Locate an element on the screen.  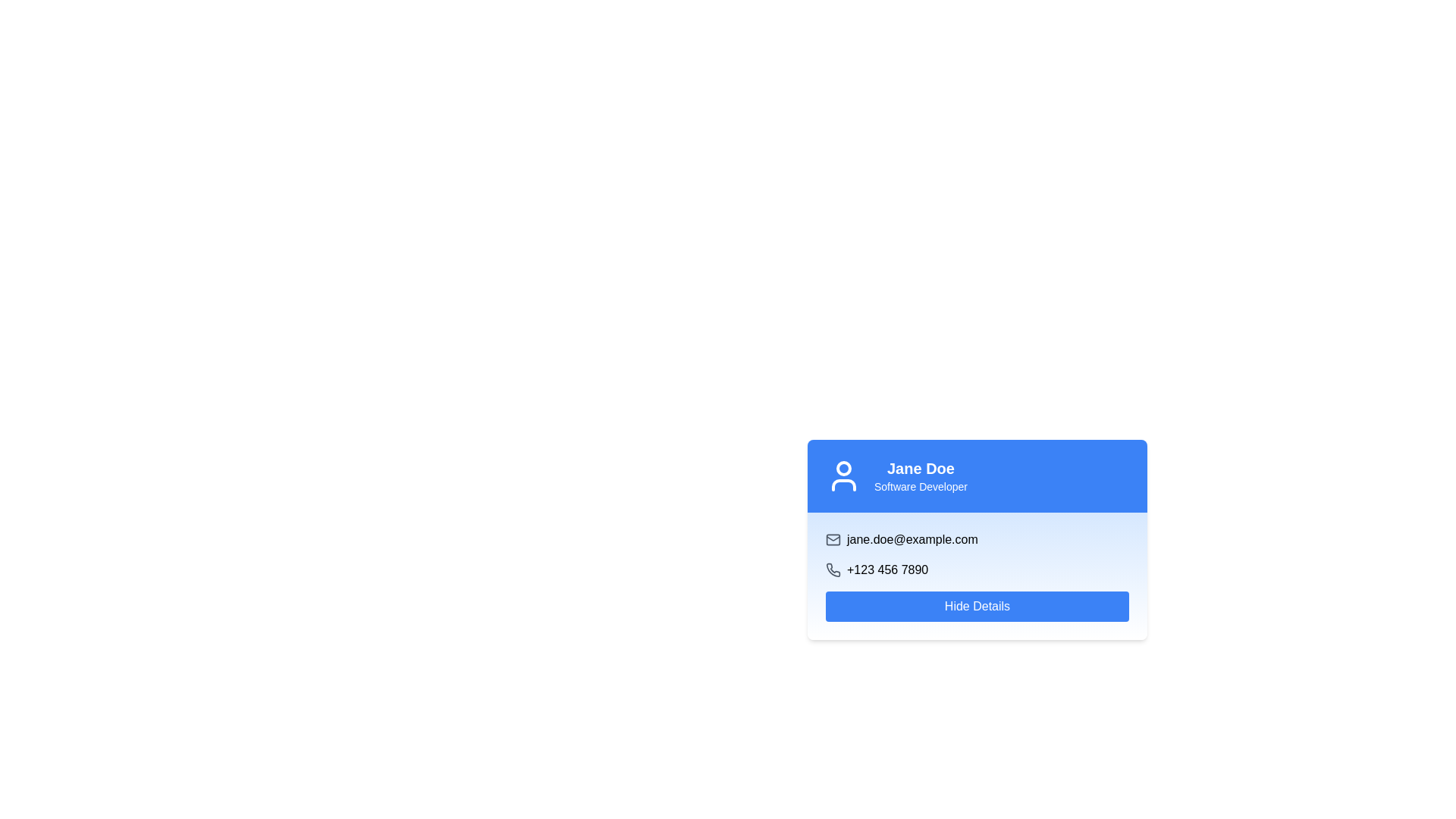
the text label displaying 'Jane Doe' and 'Software Developer' which is centered in a blue background area, located to the right of a user figure icon is located at coordinates (920, 475).